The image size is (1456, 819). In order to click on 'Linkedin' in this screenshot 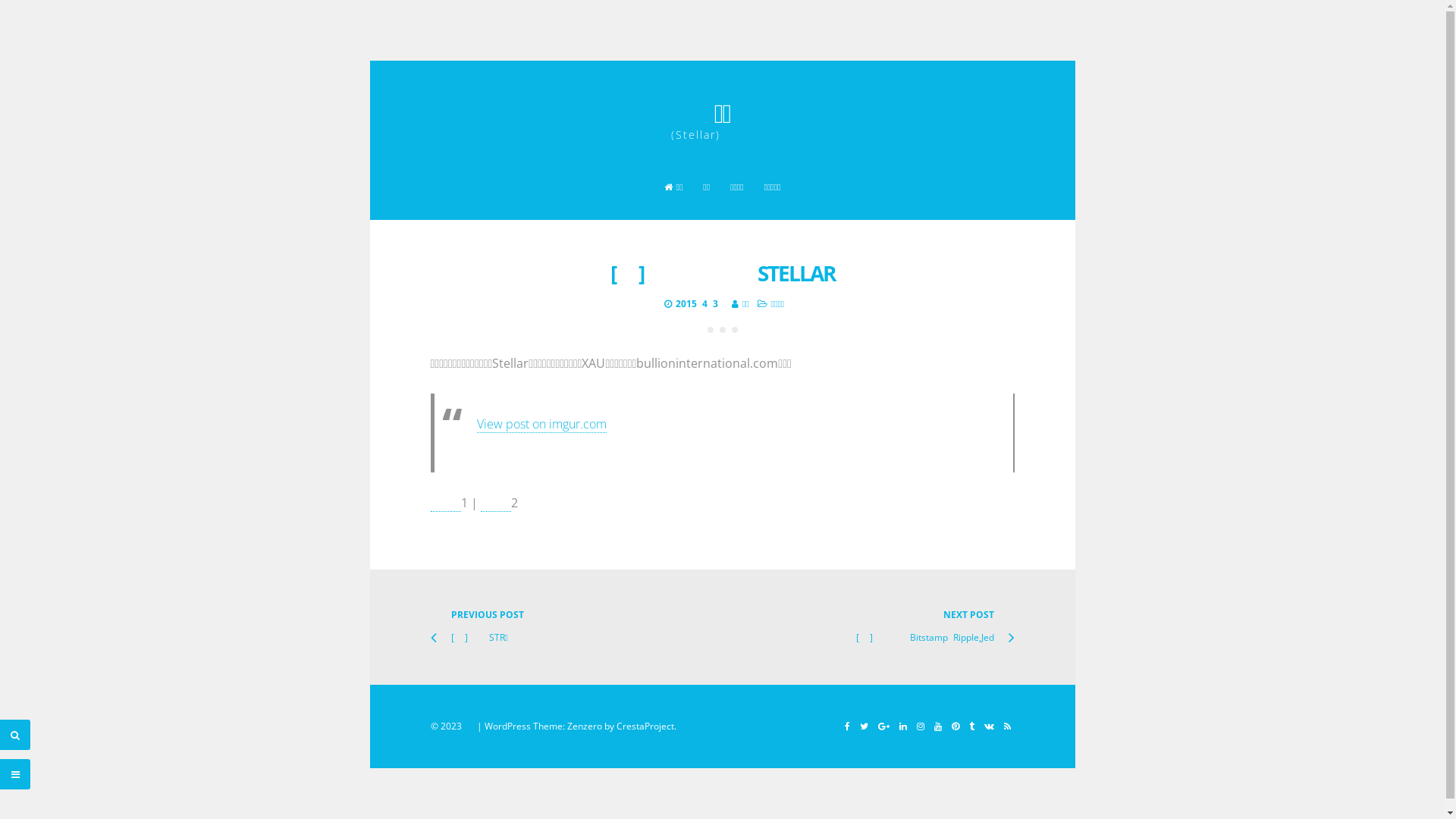, I will do `click(895, 725)`.